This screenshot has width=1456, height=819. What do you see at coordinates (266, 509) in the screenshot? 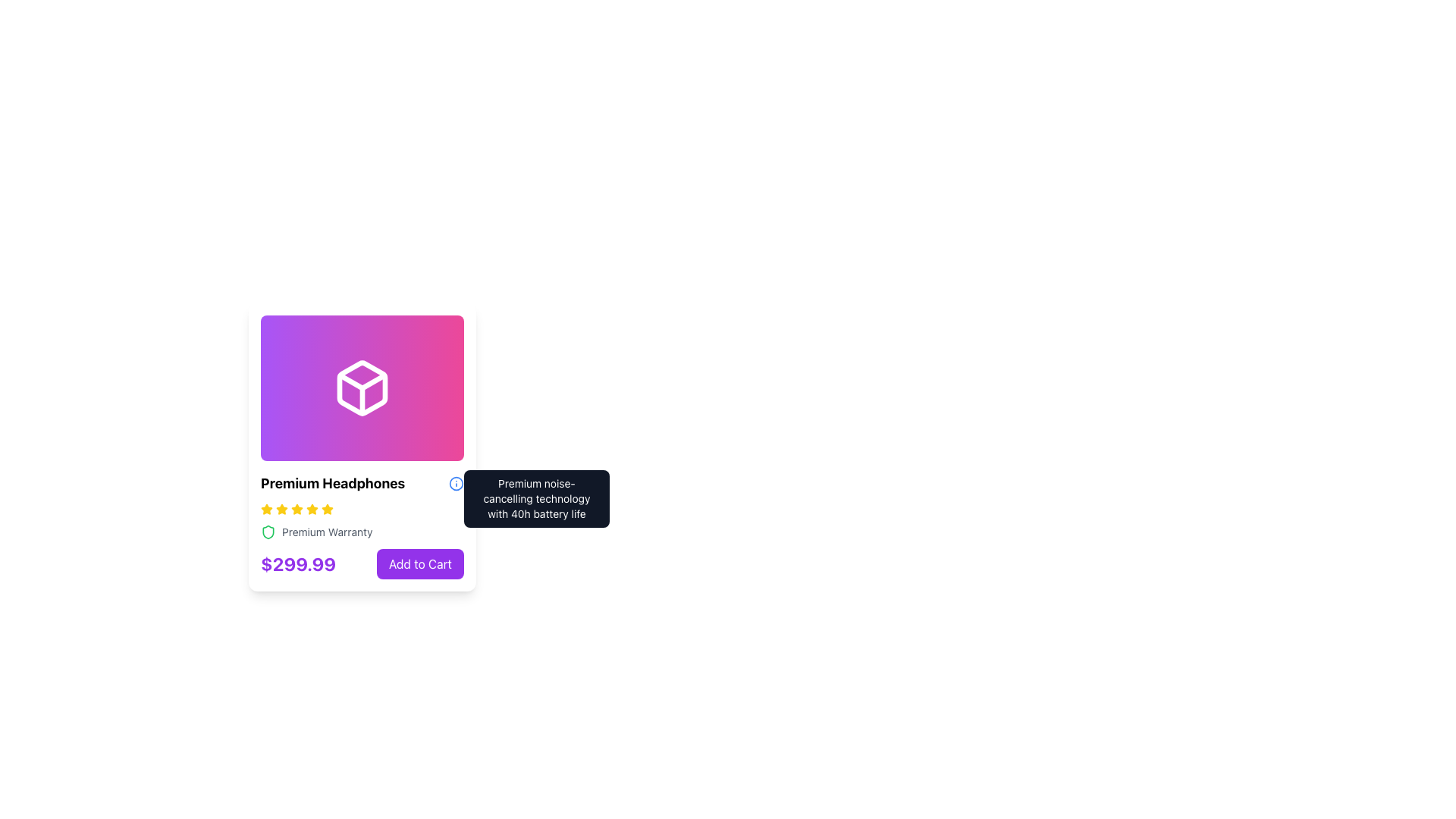
I see `the first star icon from the left in the rating system, which is located above the text 'Premium Warranty', to interact with the rating system` at bounding box center [266, 509].